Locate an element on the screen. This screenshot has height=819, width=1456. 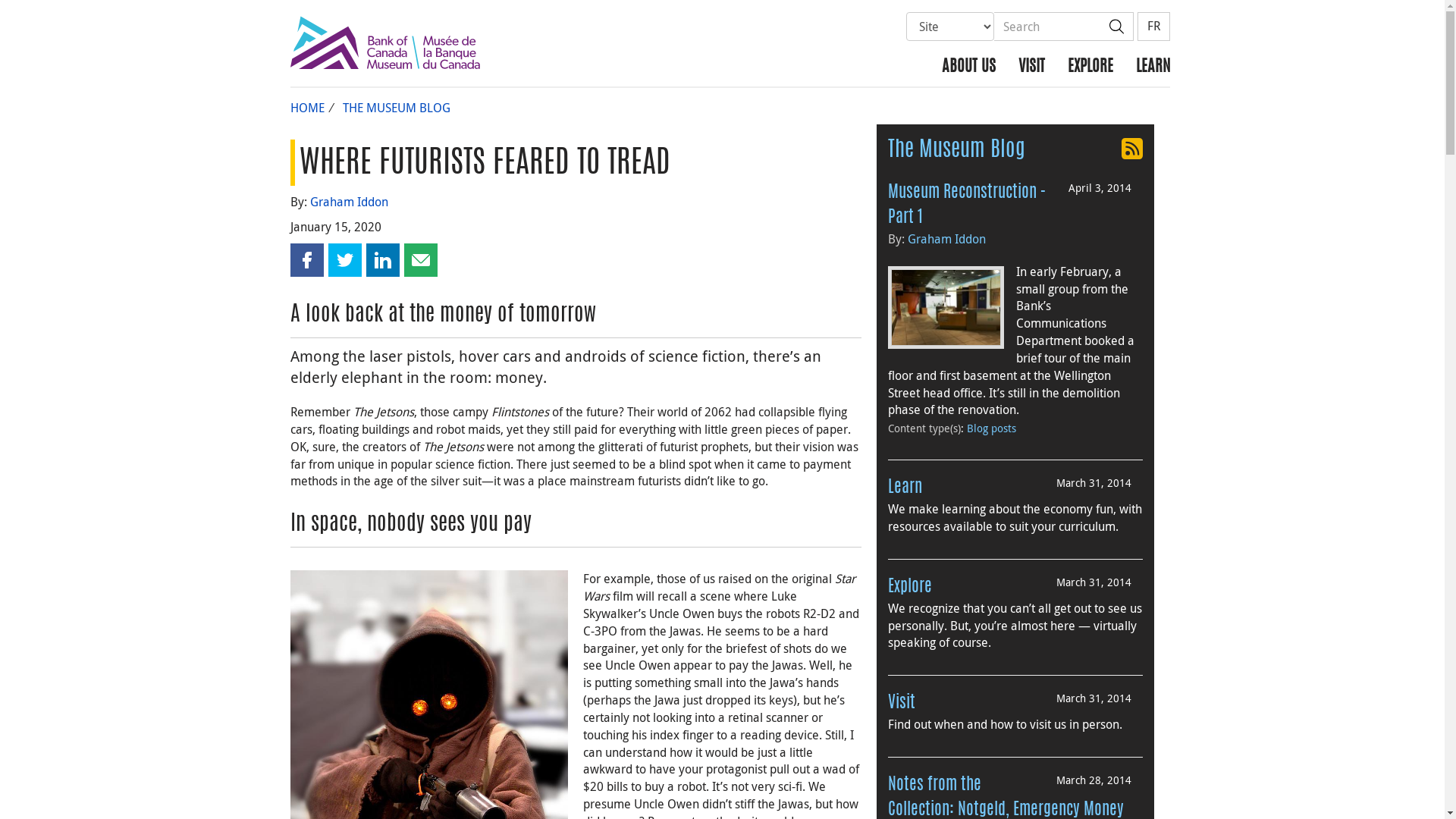
'Share this page on Facebook' is located at coordinates (305, 259).